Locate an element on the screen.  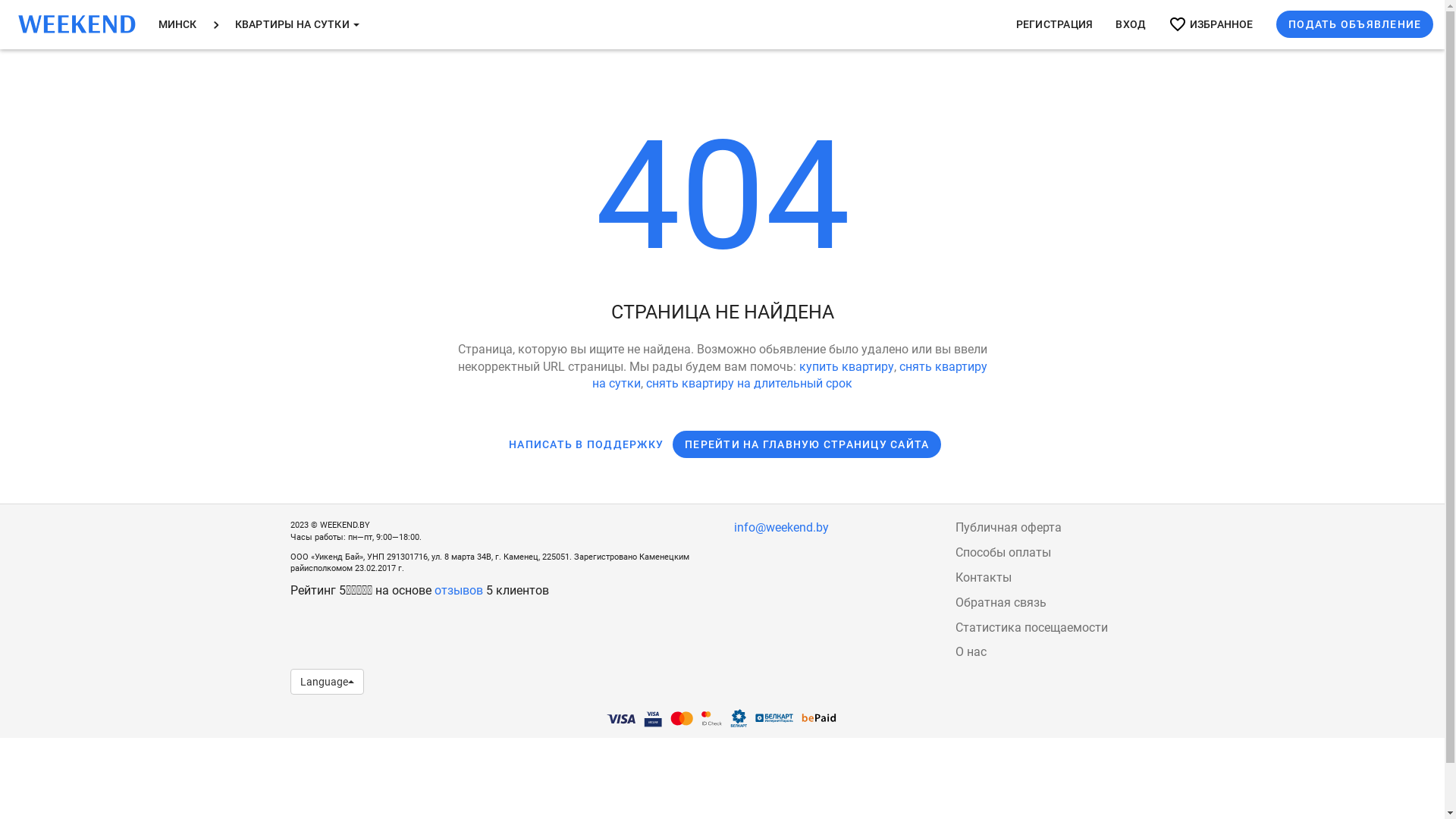
'info@weekend.by' is located at coordinates (781, 526).